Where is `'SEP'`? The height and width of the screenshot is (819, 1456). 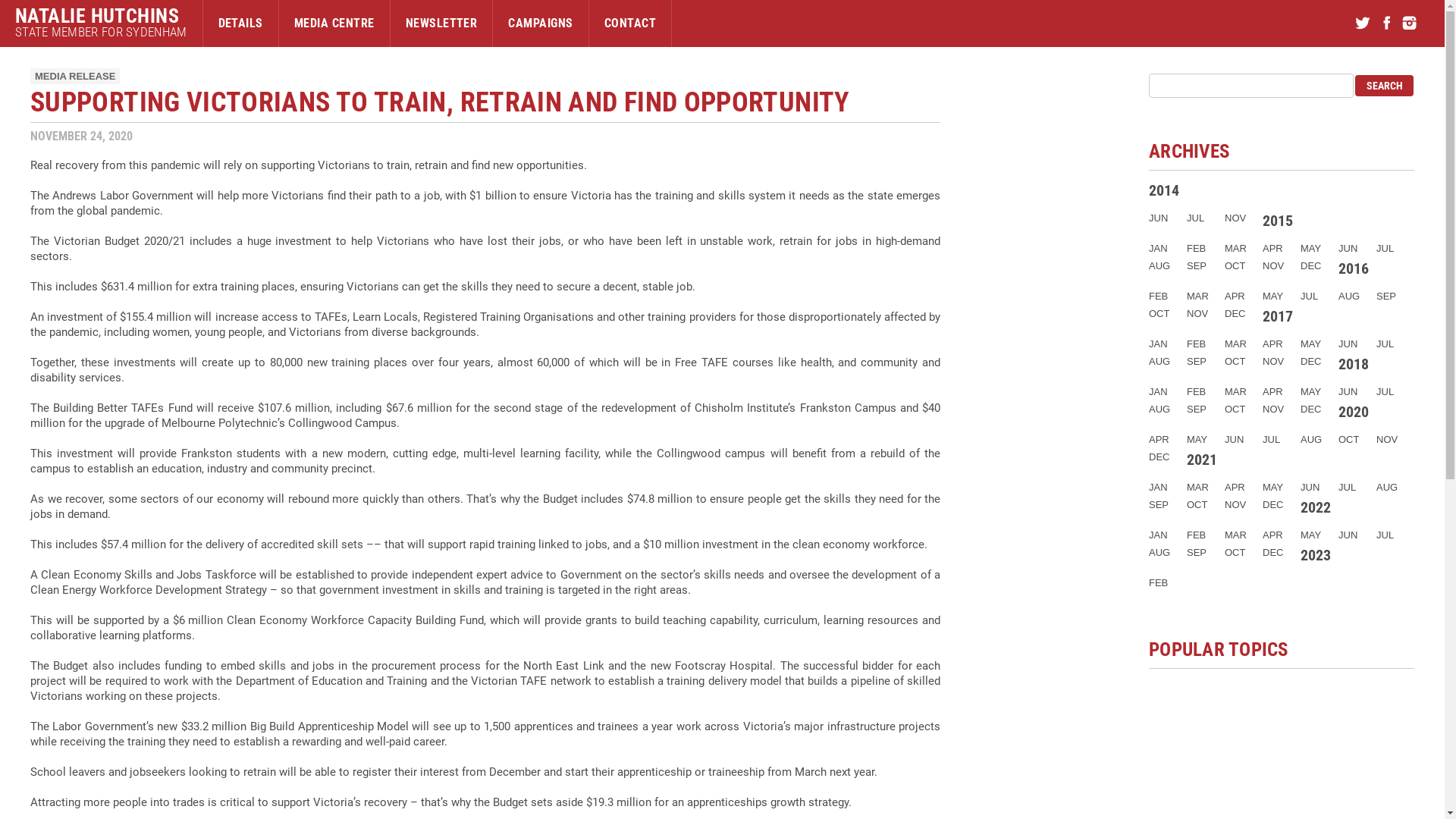
'SEP' is located at coordinates (1196, 265).